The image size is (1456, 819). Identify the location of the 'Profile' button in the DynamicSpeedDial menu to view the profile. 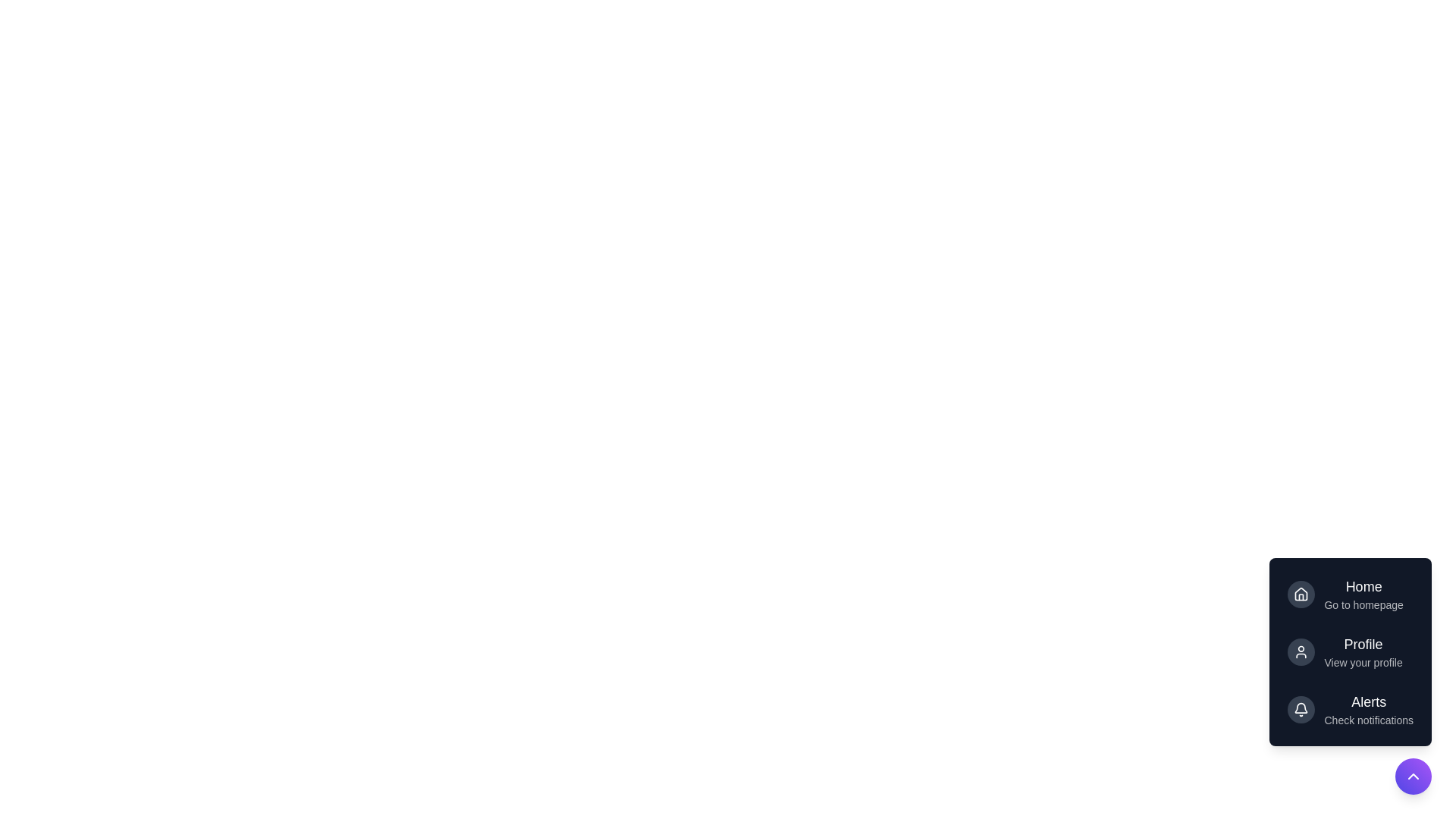
(1363, 651).